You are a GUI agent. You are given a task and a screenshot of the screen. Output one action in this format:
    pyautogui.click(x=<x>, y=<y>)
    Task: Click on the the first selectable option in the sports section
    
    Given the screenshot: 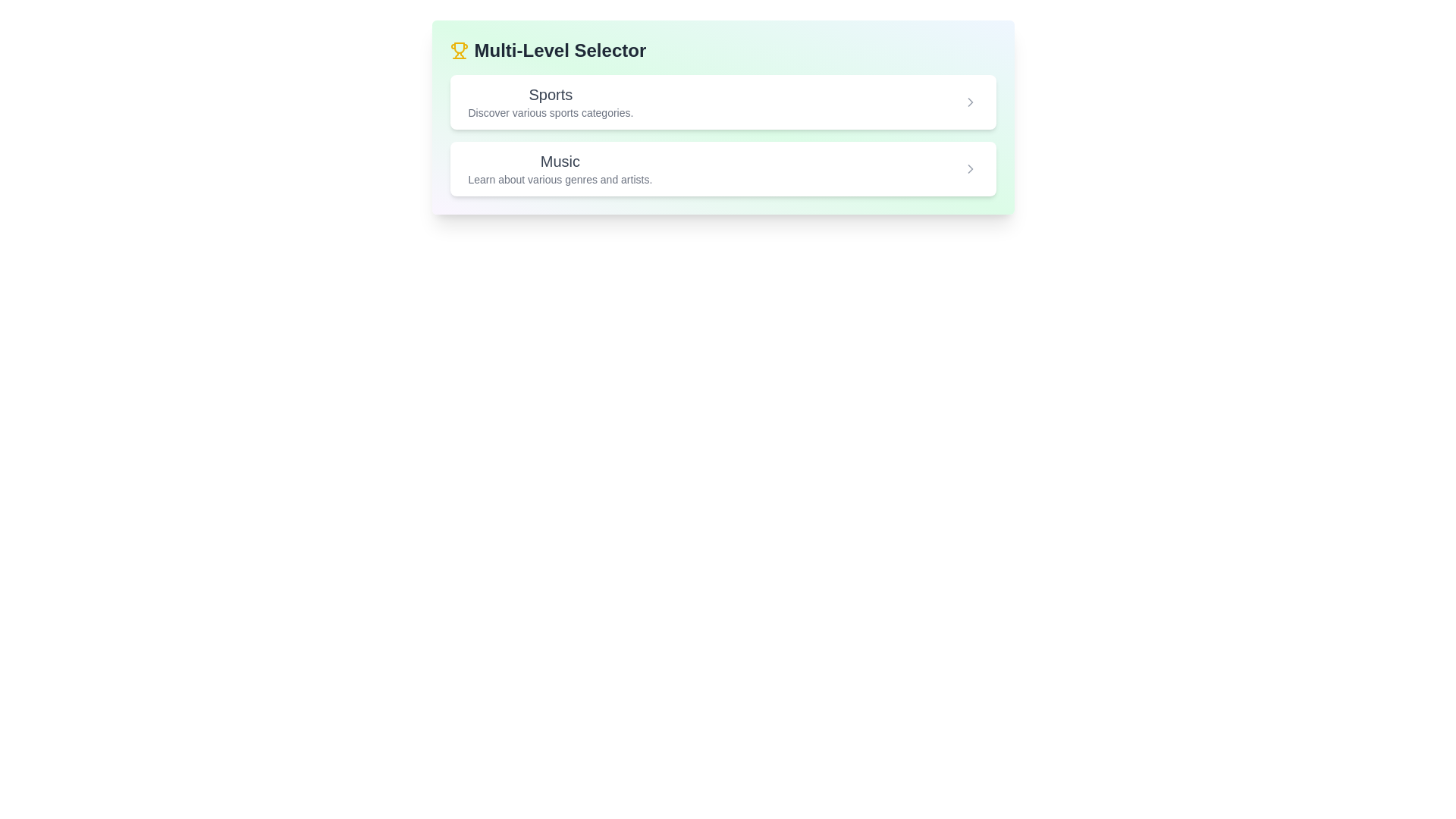 What is the action you would take?
    pyautogui.click(x=722, y=102)
    